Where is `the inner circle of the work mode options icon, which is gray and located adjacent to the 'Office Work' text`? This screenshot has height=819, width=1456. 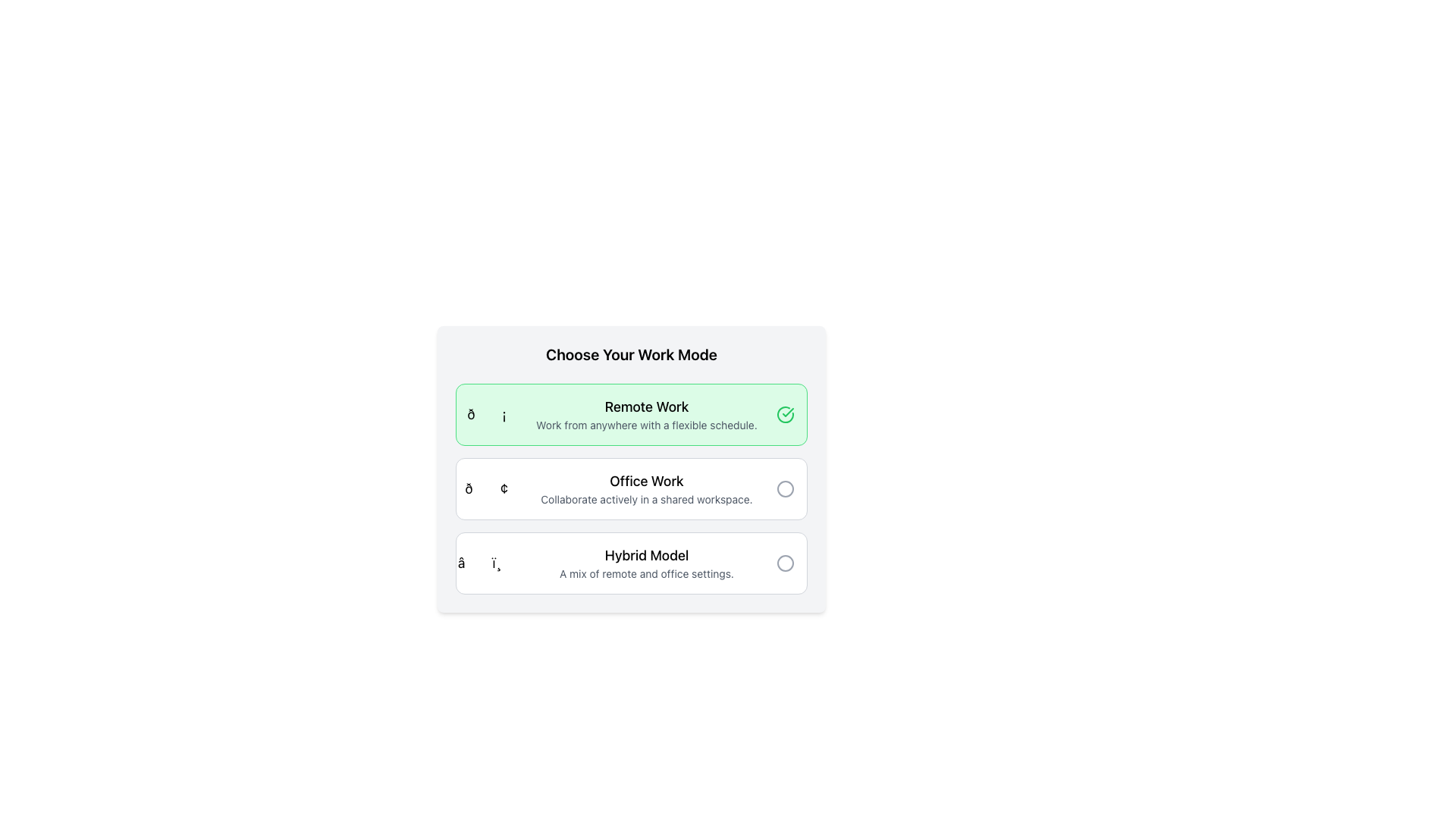
the inner circle of the work mode options icon, which is gray and located adjacent to the 'Office Work' text is located at coordinates (786, 488).